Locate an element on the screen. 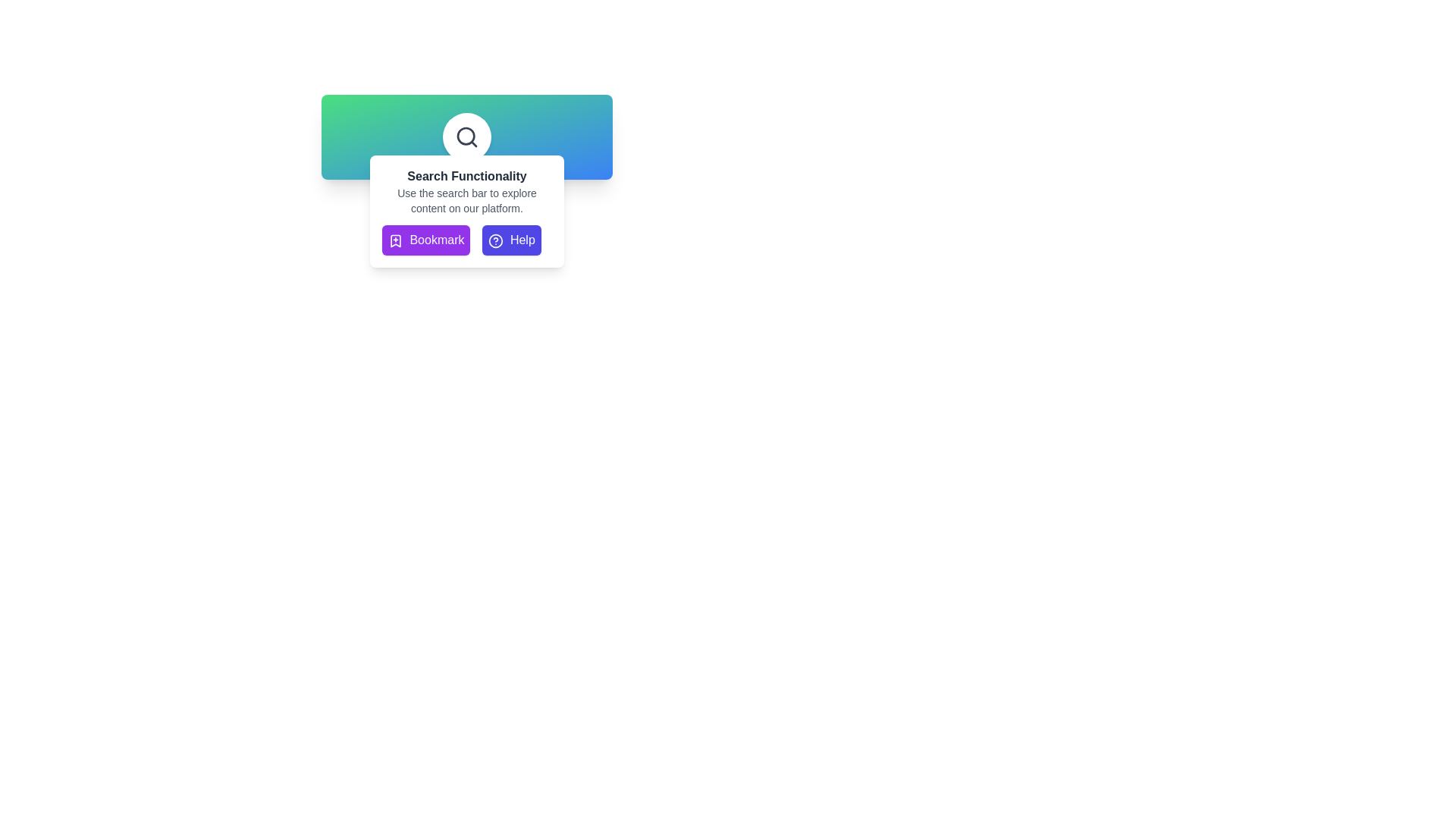 This screenshot has width=1456, height=819. the help button located immediately to the right of the 'Bookmark' button at the bottom center of the 'Search Functionality' card is located at coordinates (512, 239).